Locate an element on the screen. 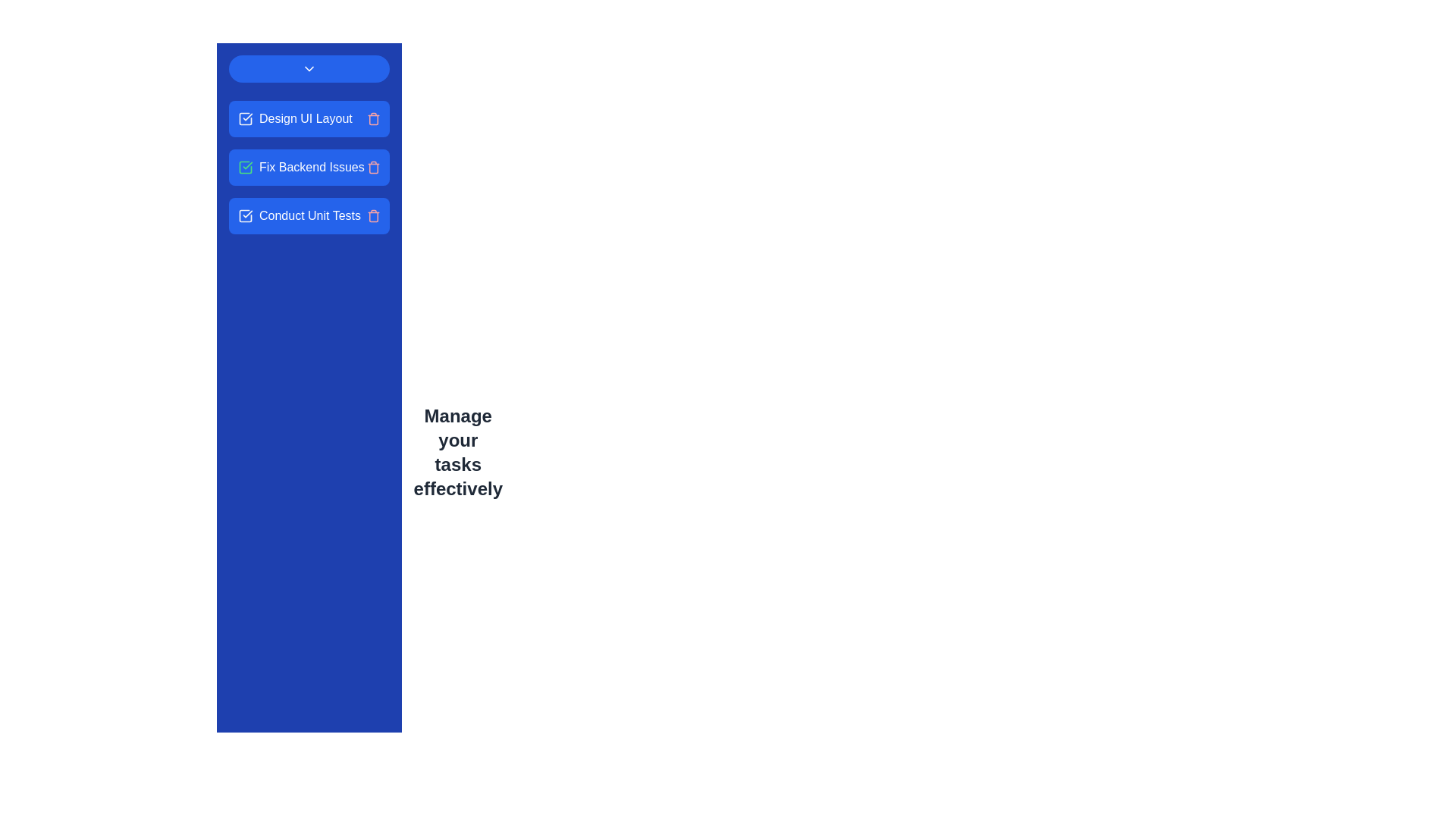 The width and height of the screenshot is (1456, 819). the active checkbox with a blue background is located at coordinates (246, 216).